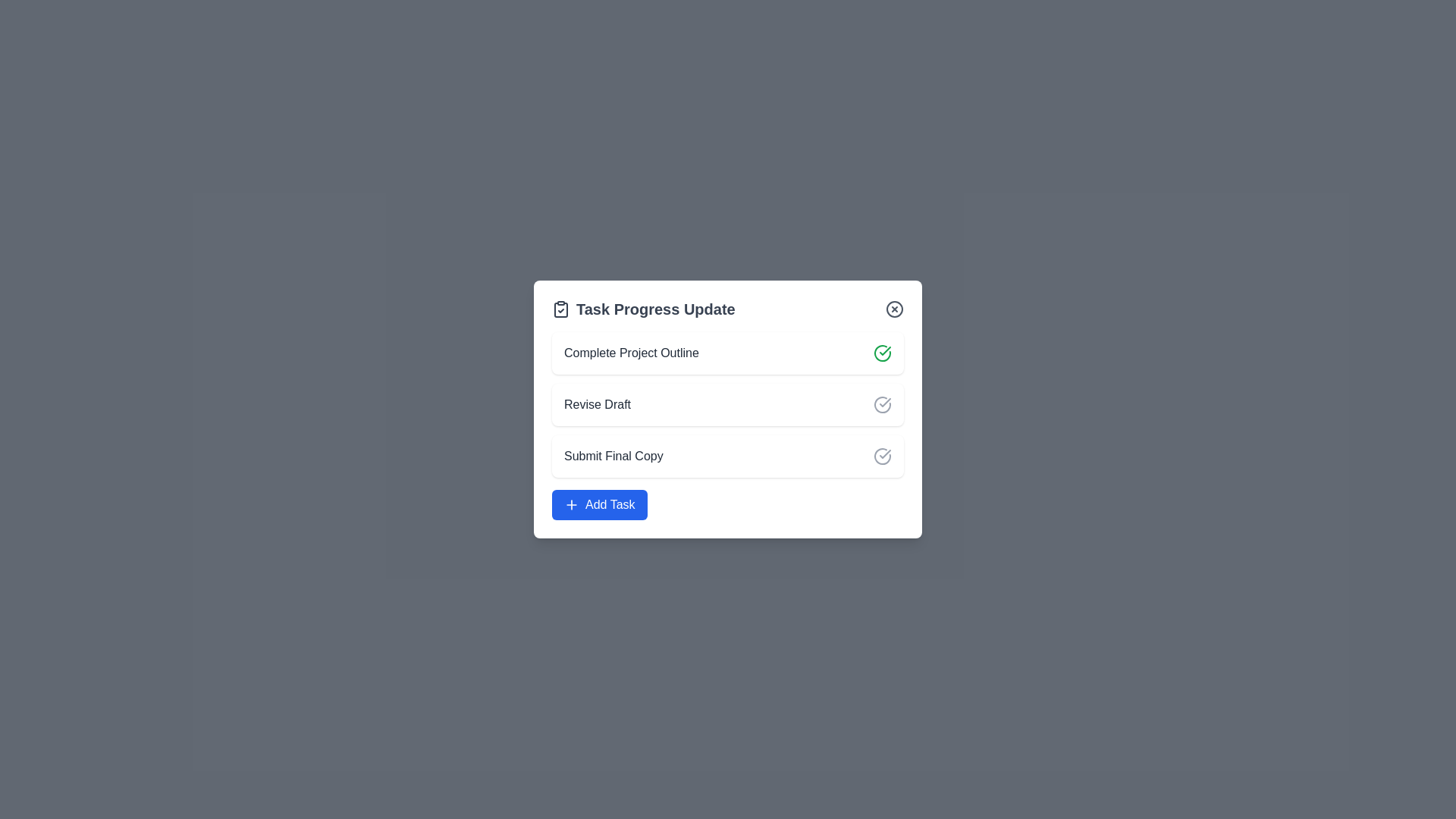  Describe the element at coordinates (882, 353) in the screenshot. I see `the green circular check mark icon located at the far right of the 'Complete Project Outline' item in the task list` at that location.